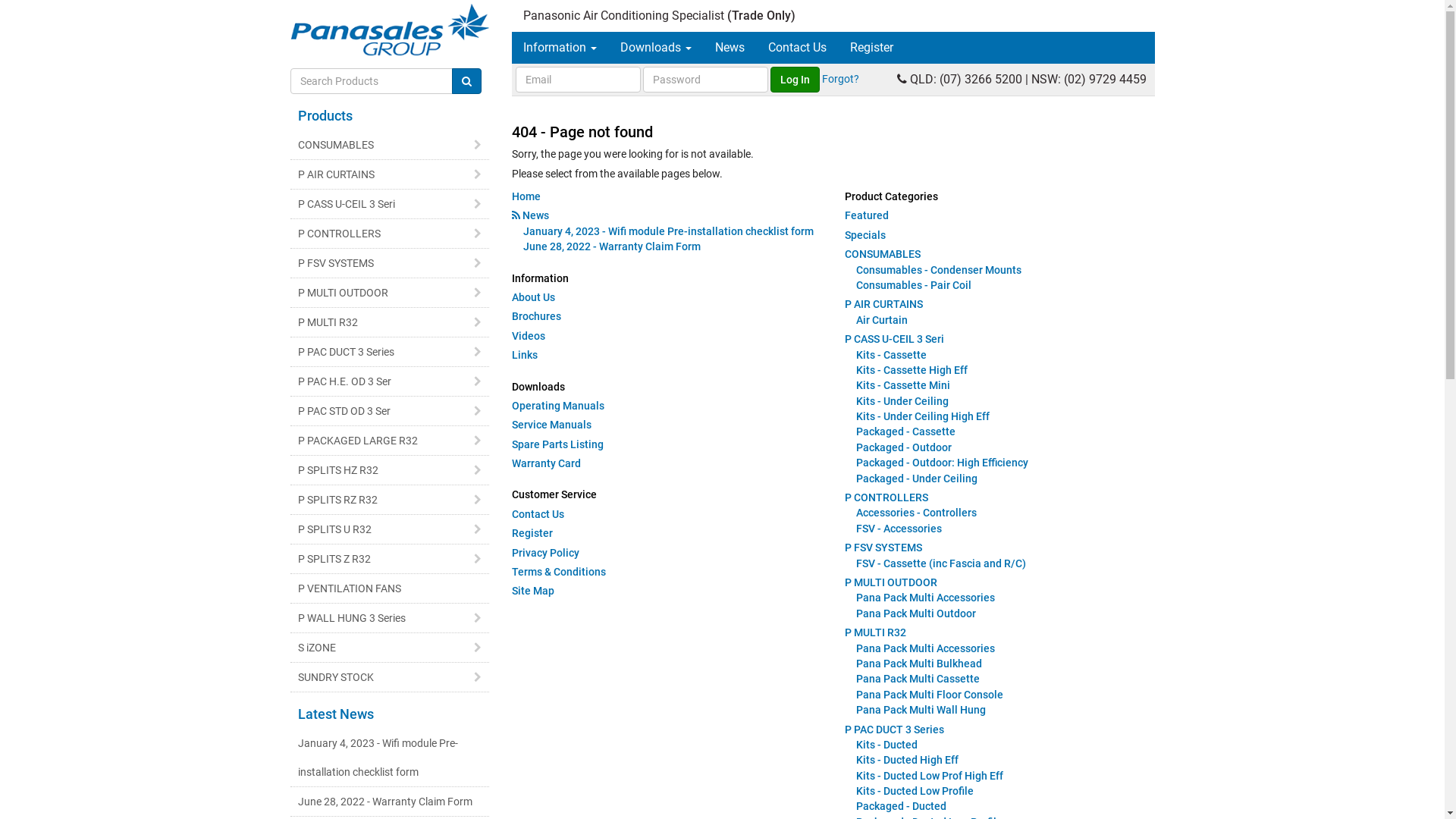 The height and width of the screenshot is (819, 1456). What do you see at coordinates (940, 563) in the screenshot?
I see `'FSV - Cassette (inc Fascia and R/C)'` at bounding box center [940, 563].